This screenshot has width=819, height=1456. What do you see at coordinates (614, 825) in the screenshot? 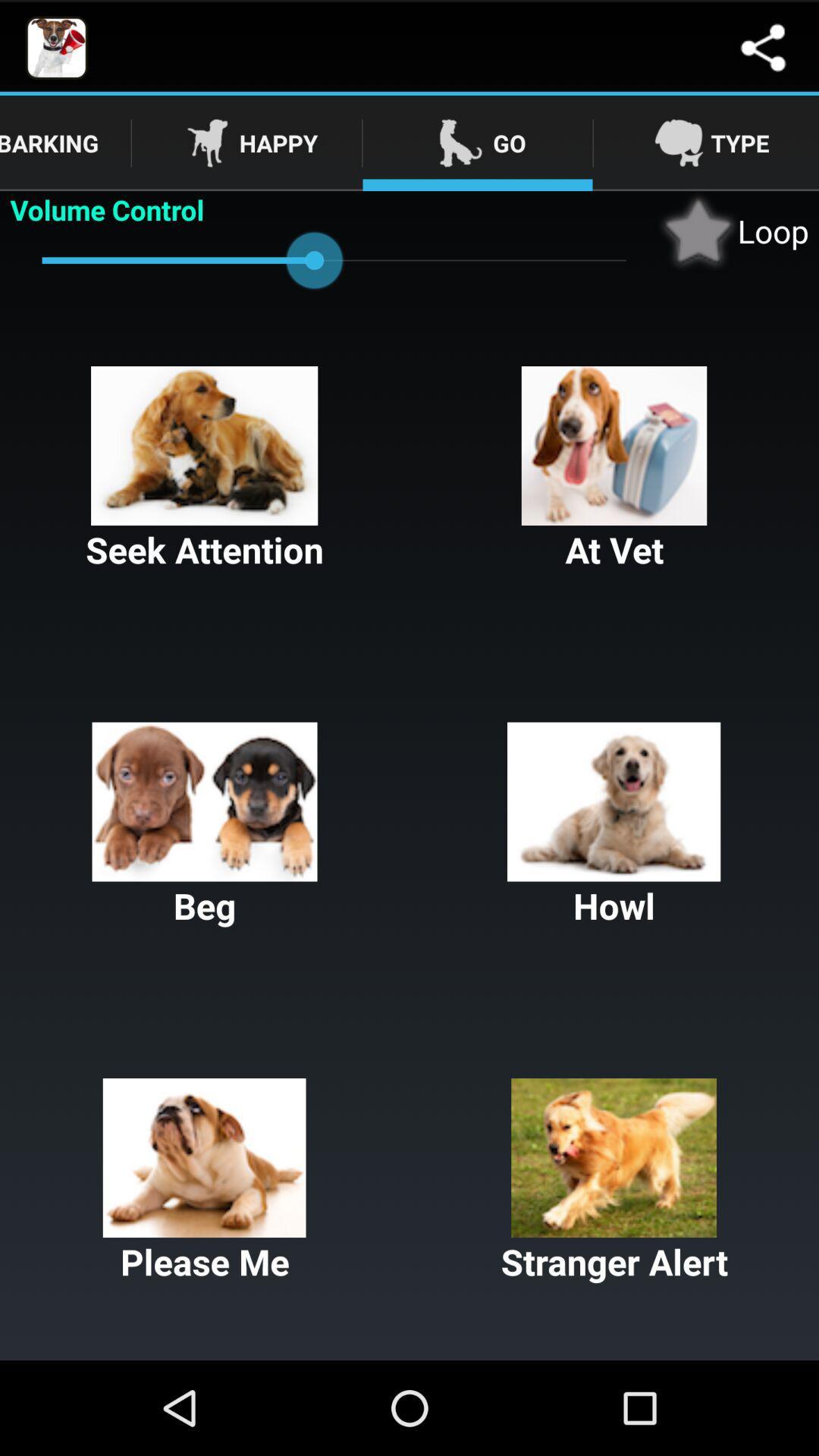
I see `button on the right` at bounding box center [614, 825].